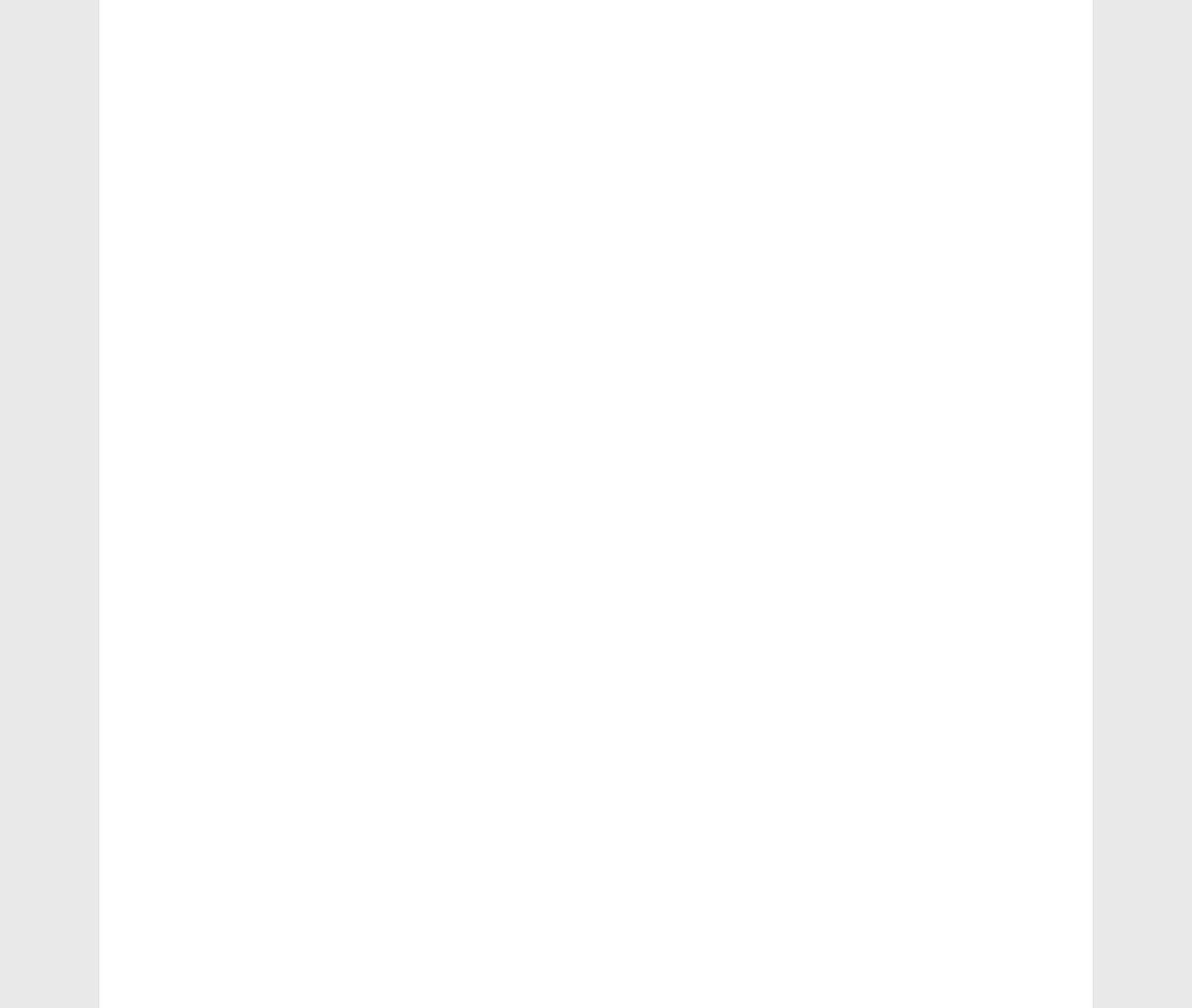 This screenshot has height=1008, width=1192. What do you see at coordinates (860, 231) in the screenshot?
I see `'1. Vowel There are 11 vowels in Hindi language.  1. Mool Vowels अ, इ, उ, ओ 2. Joint Vowels आ = अ + अ ऐ = अ + इ औ = अ + उ 2. Constant  क = कम...'` at bounding box center [860, 231].